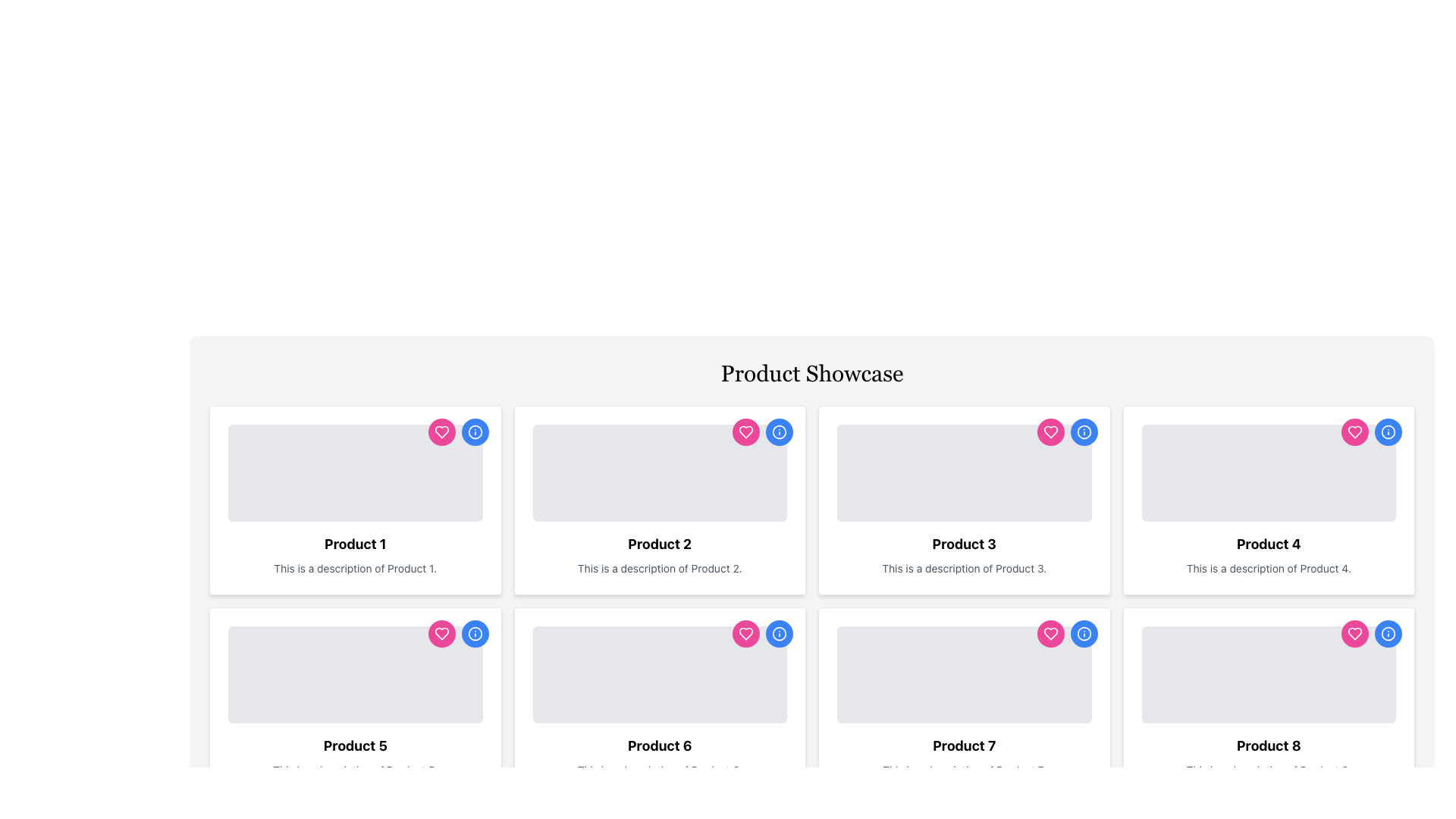 The width and height of the screenshot is (1456, 819). What do you see at coordinates (1388, 634) in the screenshot?
I see `the decorative circle element that visually represents information related to the 'info' icon, located at the top-right corner of the 'Product 8' card in the product showcase grid` at bounding box center [1388, 634].